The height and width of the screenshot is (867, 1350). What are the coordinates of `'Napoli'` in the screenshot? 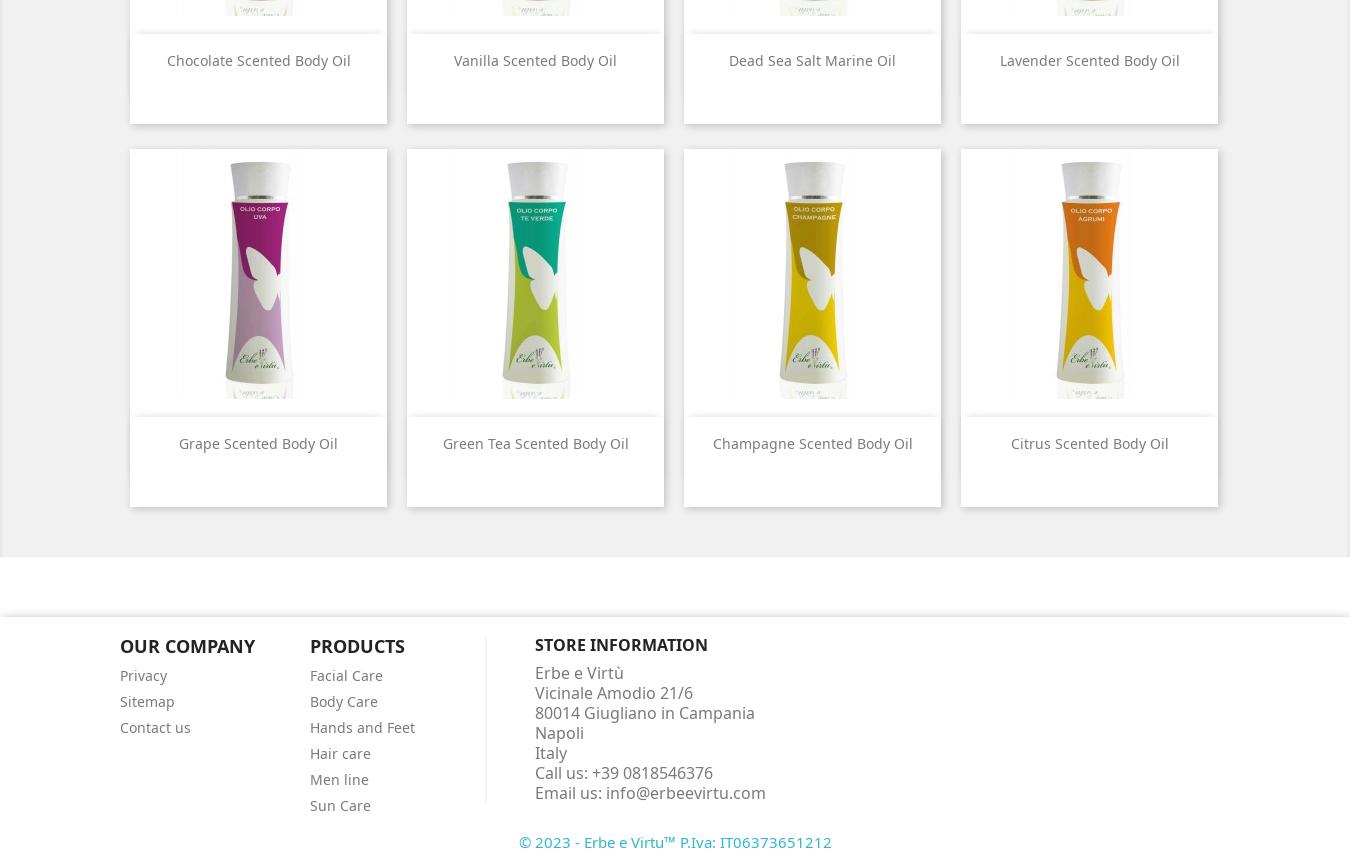 It's located at (557, 731).